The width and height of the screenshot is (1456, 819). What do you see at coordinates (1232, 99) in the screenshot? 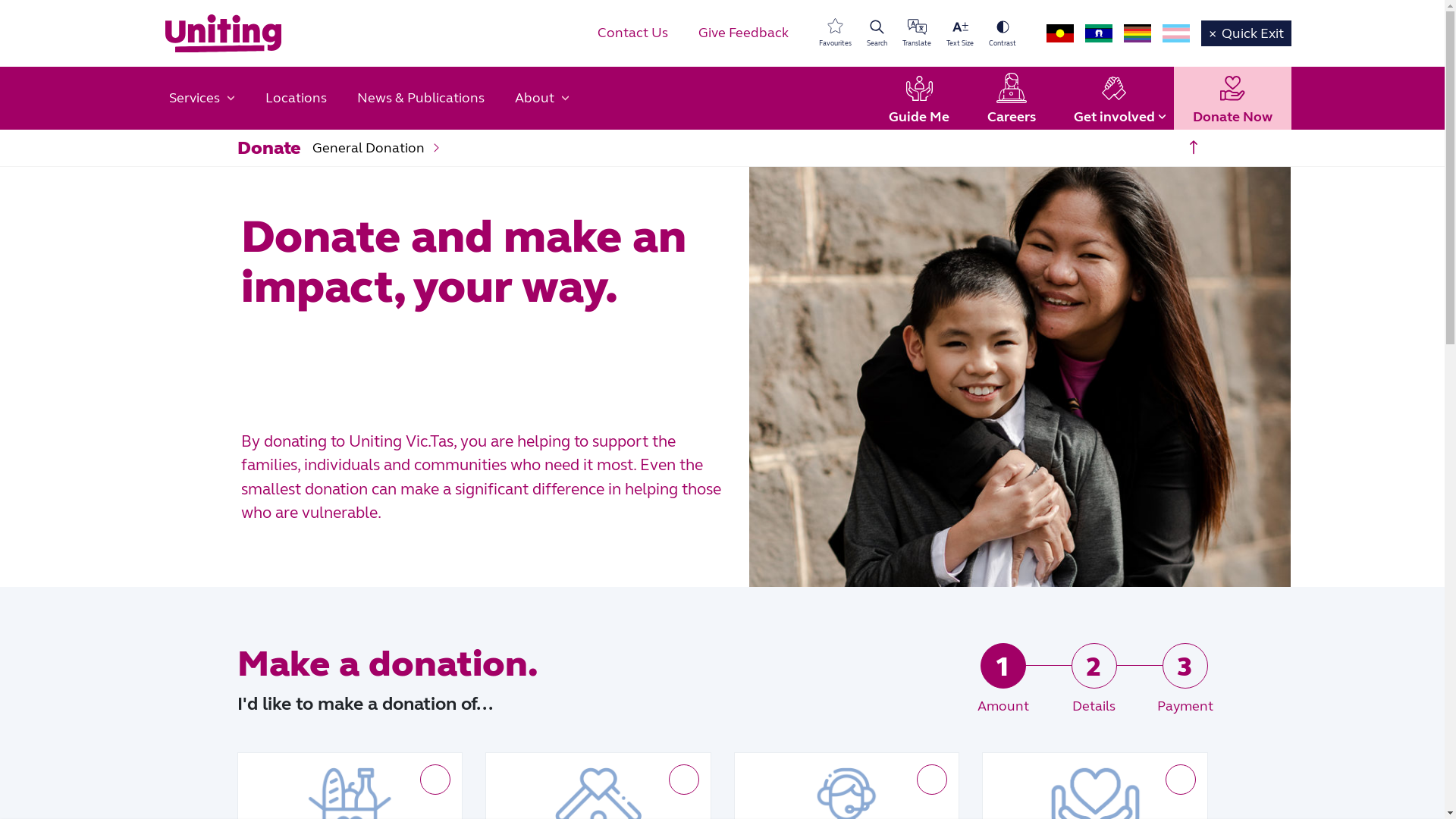
I see `'Donate Now'` at bounding box center [1232, 99].